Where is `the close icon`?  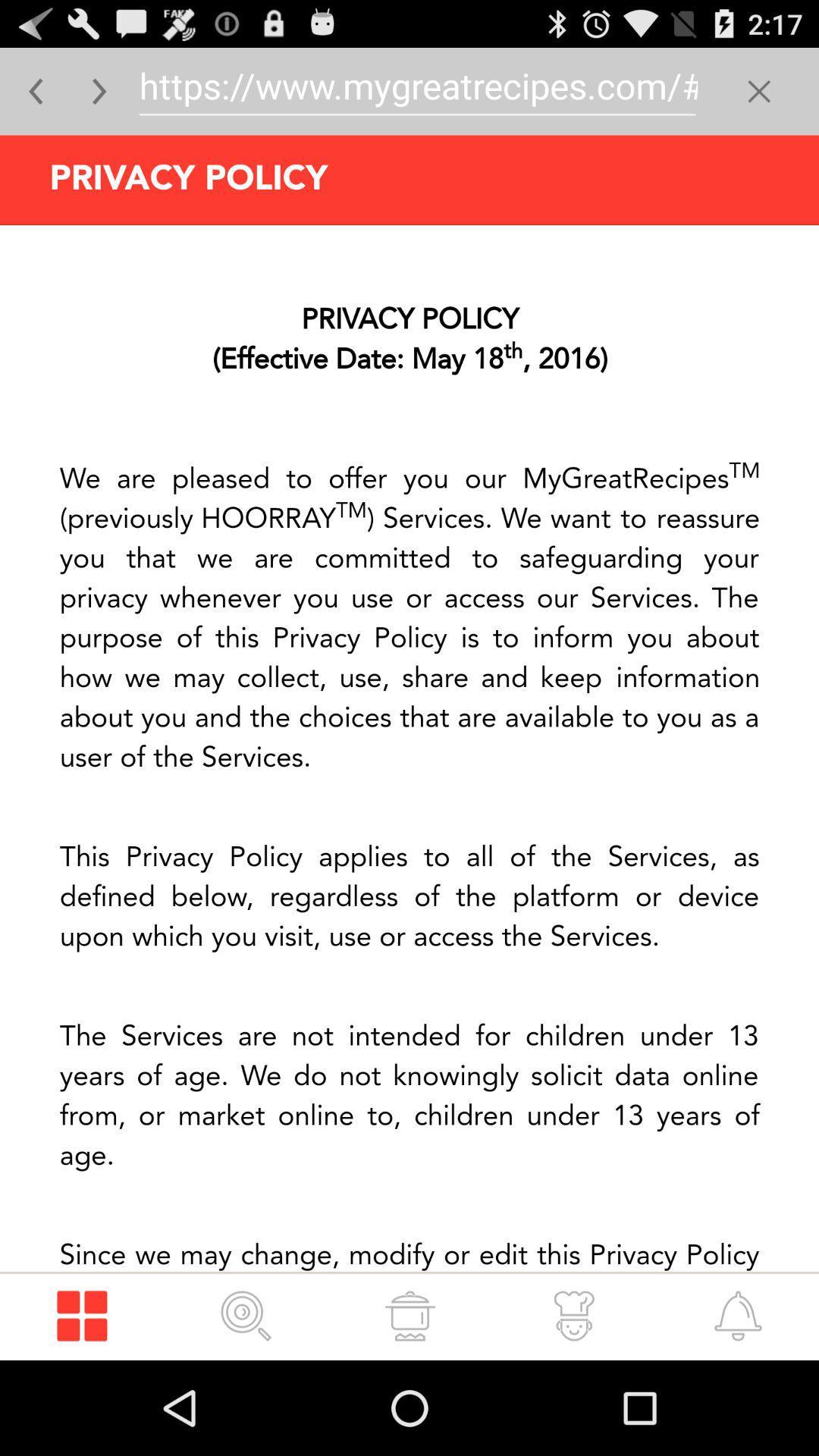
the close icon is located at coordinates (759, 97).